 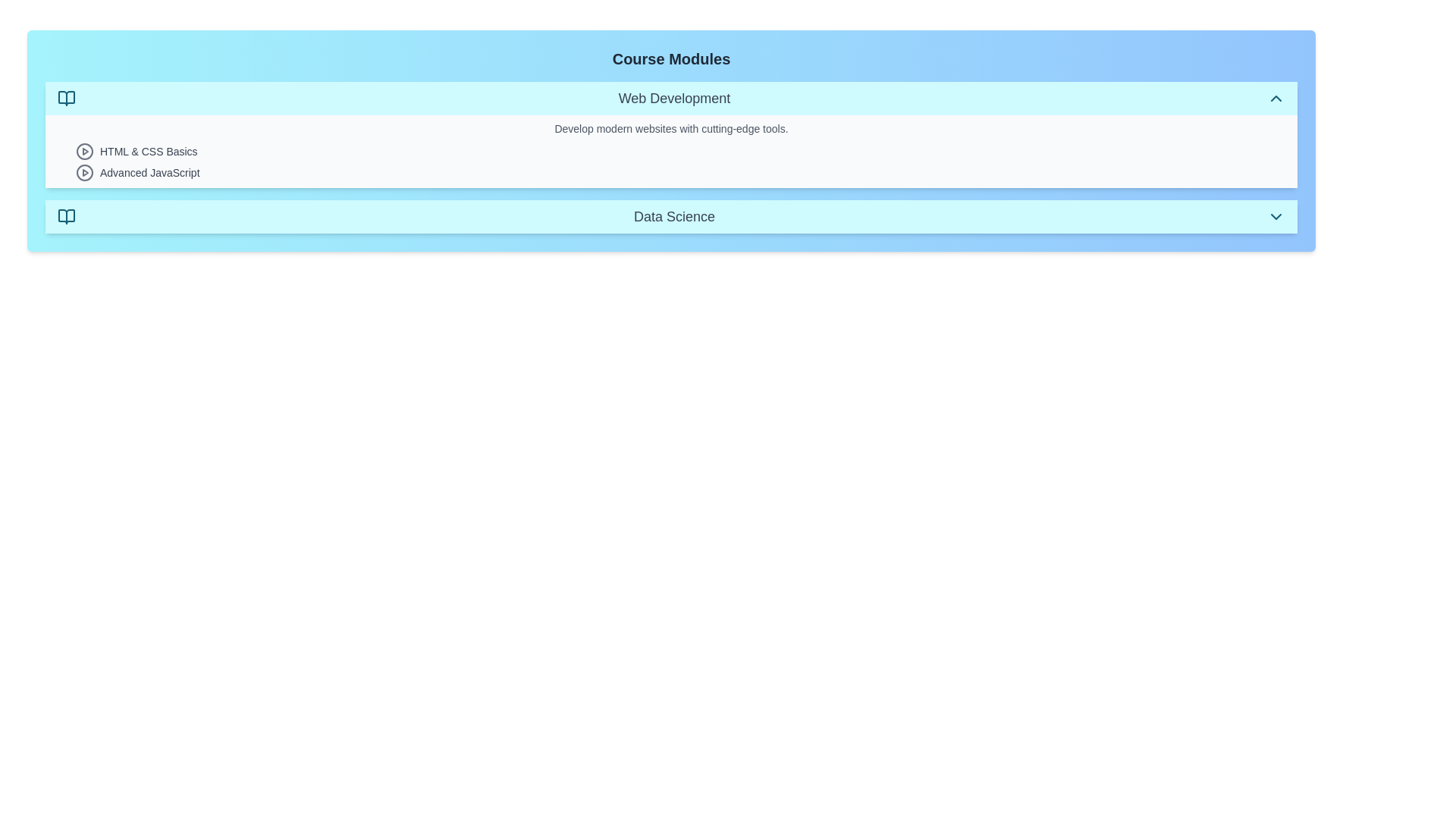 What do you see at coordinates (673, 216) in the screenshot?
I see `the Text label that indicates a specific category or module in the navigation menu, located in a row with an icon on the left and a dropdown indicator on the right` at bounding box center [673, 216].